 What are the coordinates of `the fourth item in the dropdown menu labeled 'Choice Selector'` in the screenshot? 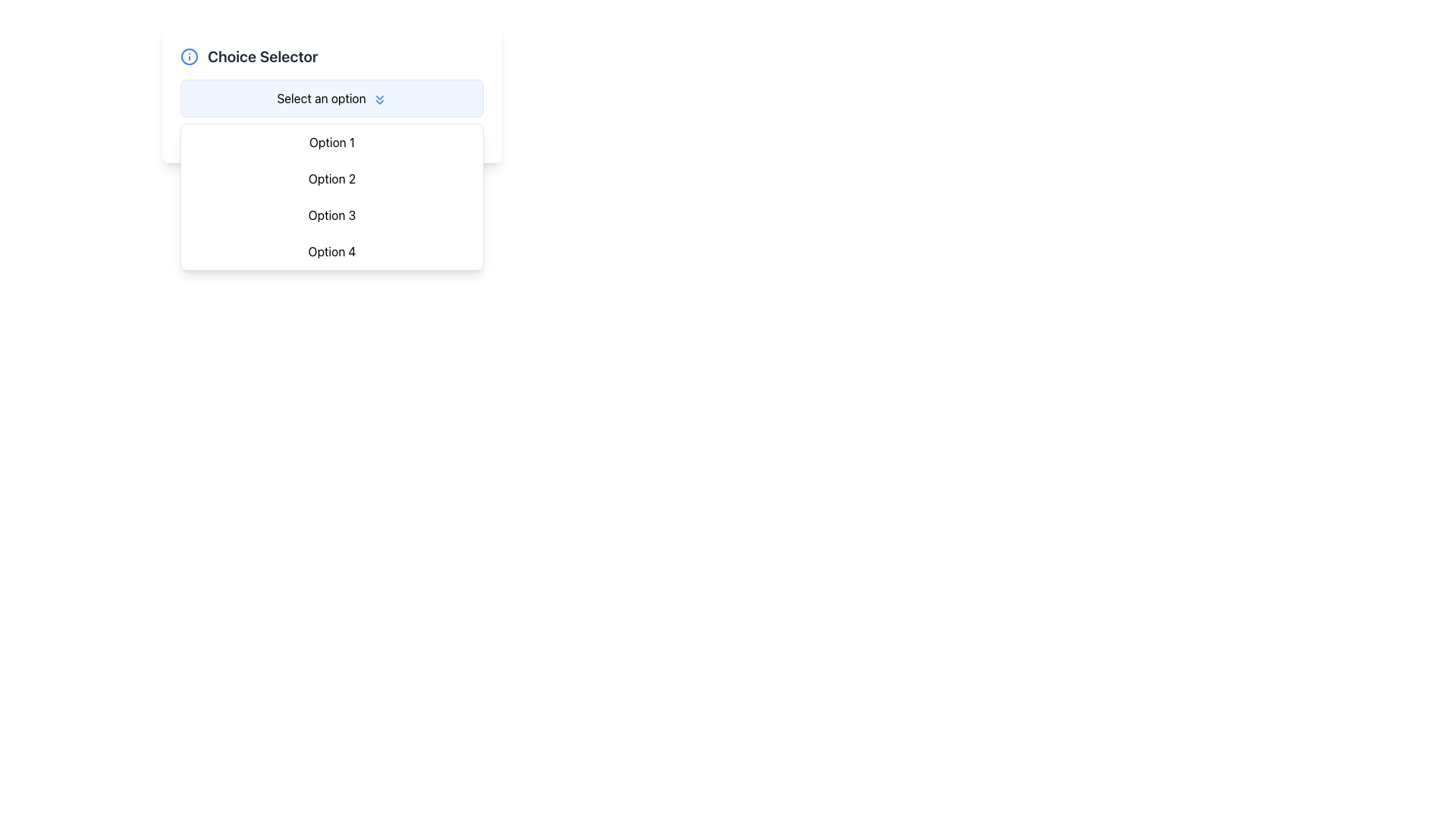 It's located at (331, 250).